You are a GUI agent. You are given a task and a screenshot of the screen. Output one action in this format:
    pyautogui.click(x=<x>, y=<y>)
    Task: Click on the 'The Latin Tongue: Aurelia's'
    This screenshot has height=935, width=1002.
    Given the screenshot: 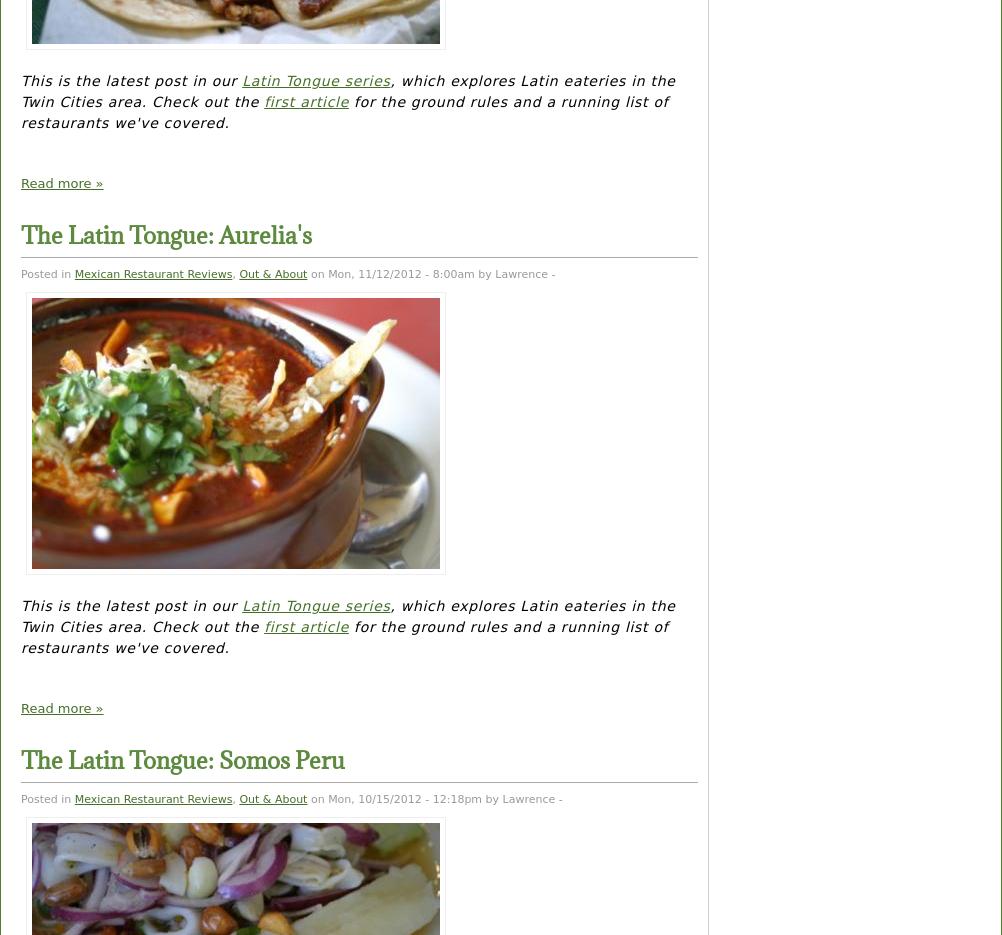 What is the action you would take?
    pyautogui.click(x=21, y=234)
    